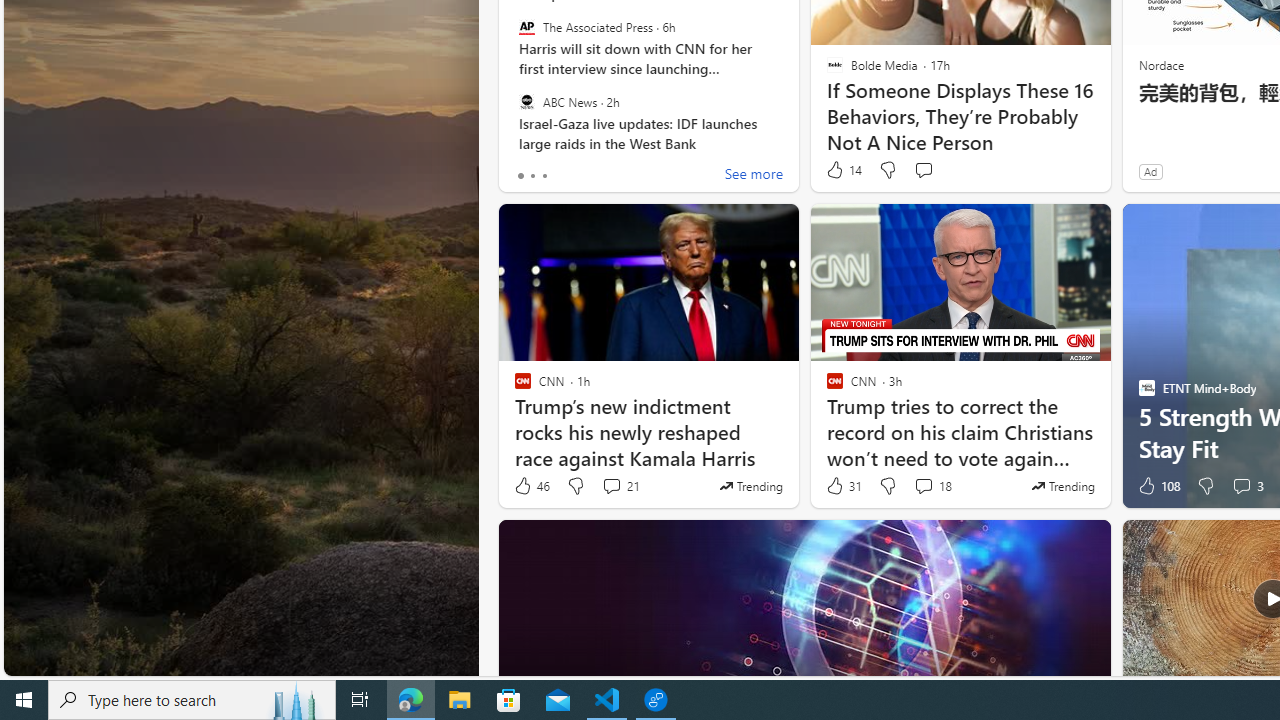  I want to click on 'Ad', so click(1150, 170).